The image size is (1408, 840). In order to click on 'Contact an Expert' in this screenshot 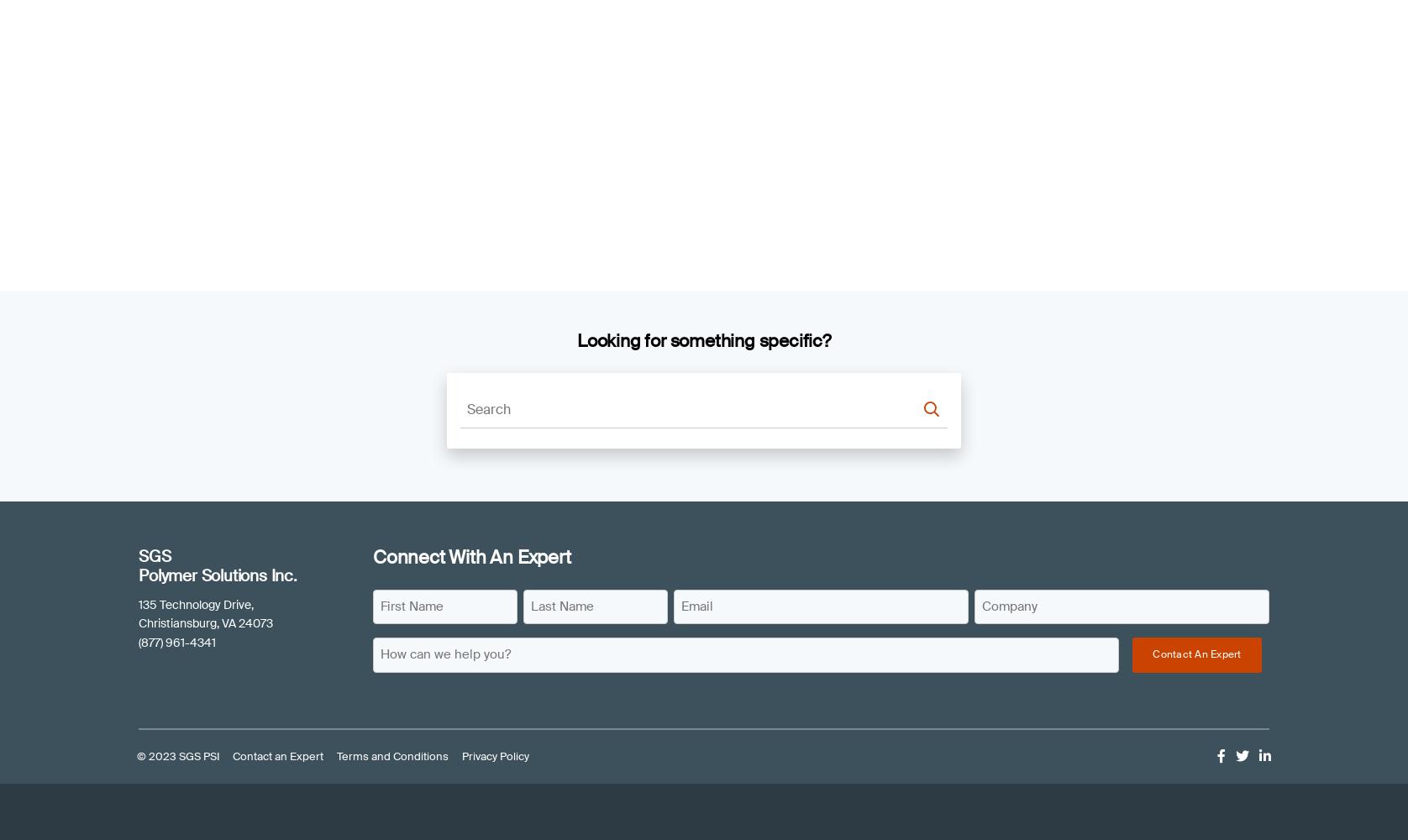, I will do `click(277, 756)`.